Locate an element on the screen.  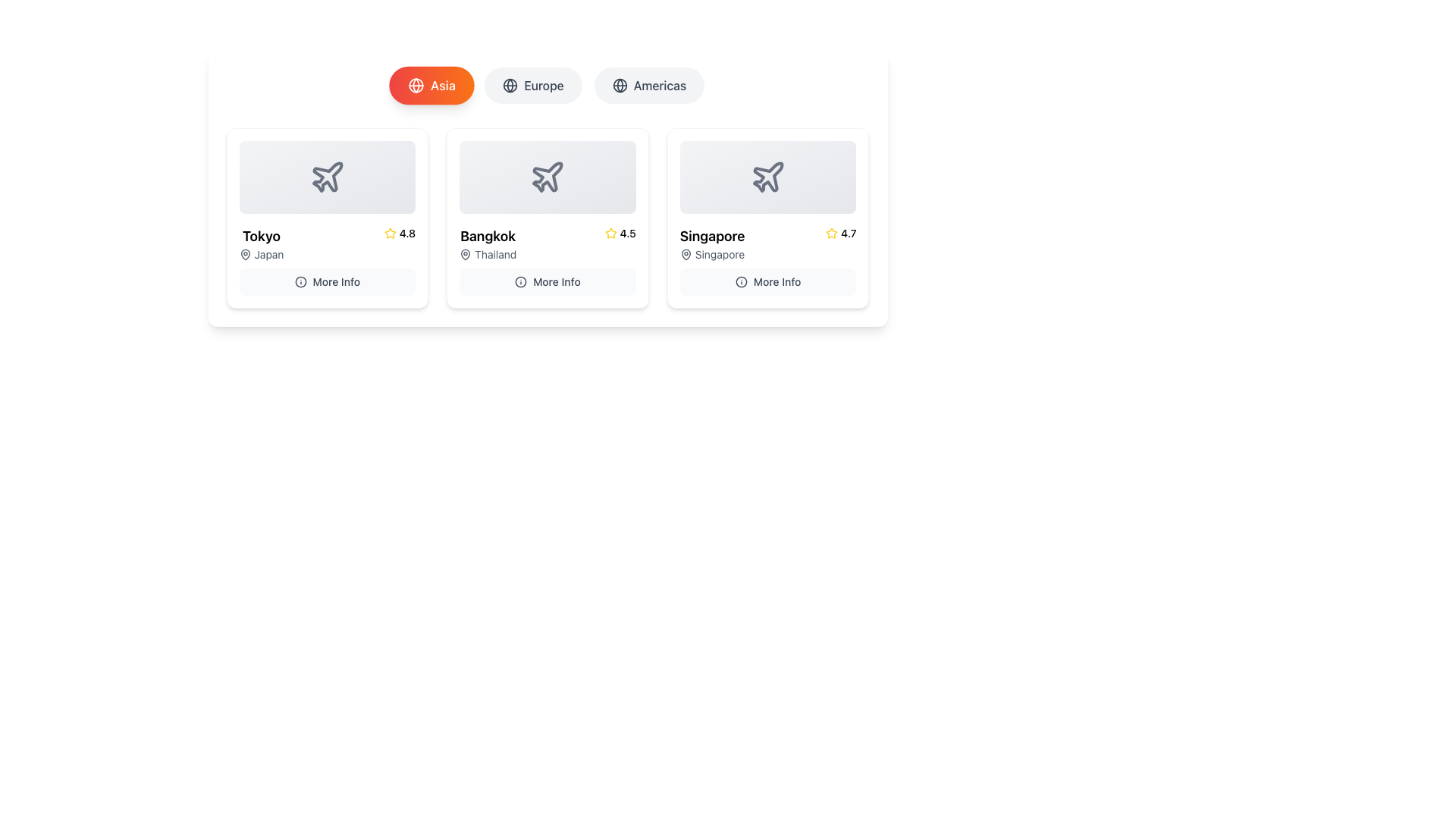
the travel destination card for Singapore, which is the third card in a horizontal sequence, to view its rating or description is located at coordinates (768, 259).